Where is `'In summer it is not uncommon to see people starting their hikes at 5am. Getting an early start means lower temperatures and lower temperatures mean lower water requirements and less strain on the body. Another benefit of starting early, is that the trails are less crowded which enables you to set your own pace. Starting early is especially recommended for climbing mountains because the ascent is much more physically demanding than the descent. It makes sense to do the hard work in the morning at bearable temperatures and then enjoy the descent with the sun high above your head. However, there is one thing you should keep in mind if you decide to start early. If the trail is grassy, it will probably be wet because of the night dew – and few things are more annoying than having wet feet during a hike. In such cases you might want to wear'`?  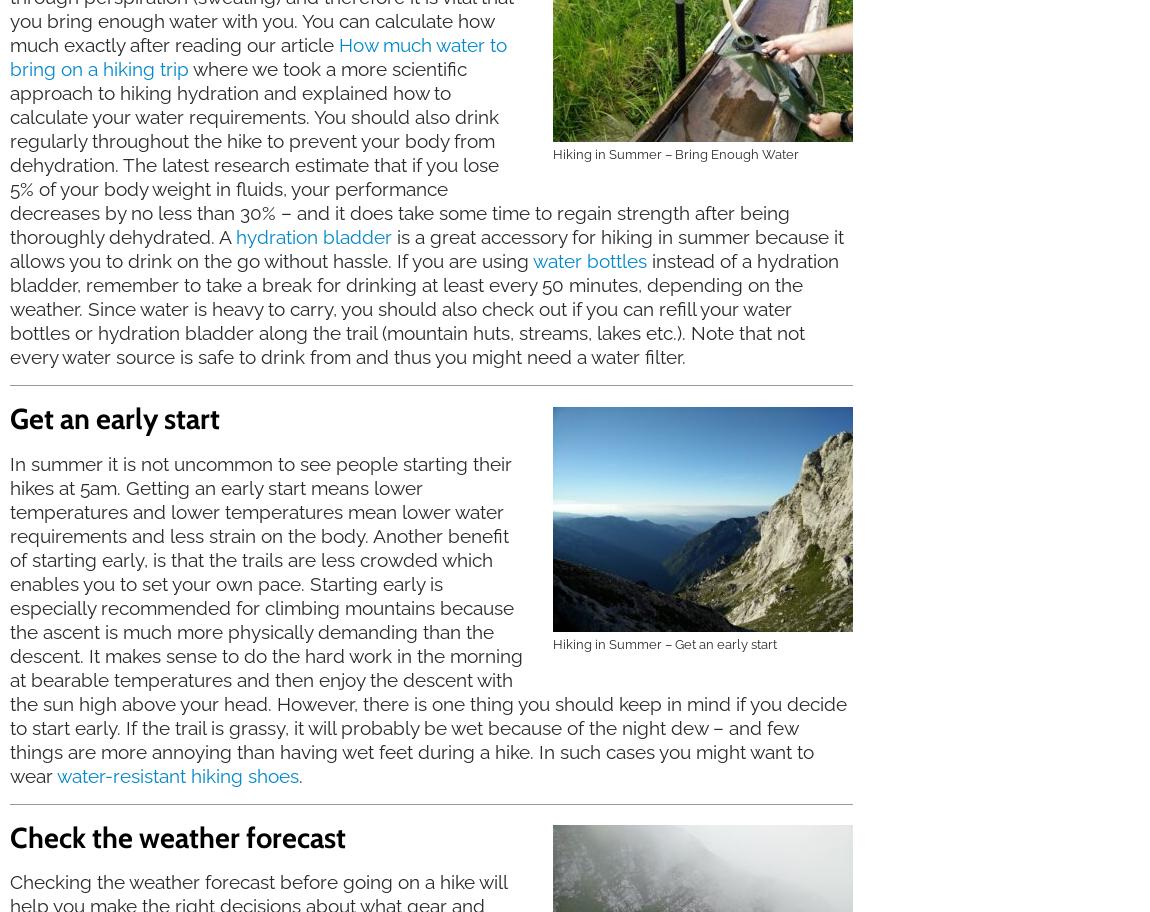 'In summer it is not uncommon to see people starting their hikes at 5am. Getting an early start means lower temperatures and lower temperatures mean lower water requirements and less strain on the body. Another benefit of starting early, is that the trails are less crowded which enables you to set your own pace. Starting early is especially recommended for climbing mountains because the ascent is much more physically demanding than the descent. It makes sense to do the hard work in the morning at bearable temperatures and then enjoy the descent with the sun high above your head. However, there is one thing you should keep in mind if you decide to start early. If the trail is grassy, it will probably be wet because of the night dew – and few things are more annoying than having wet feet during a hike. In such cases you might want to wear' is located at coordinates (428, 618).